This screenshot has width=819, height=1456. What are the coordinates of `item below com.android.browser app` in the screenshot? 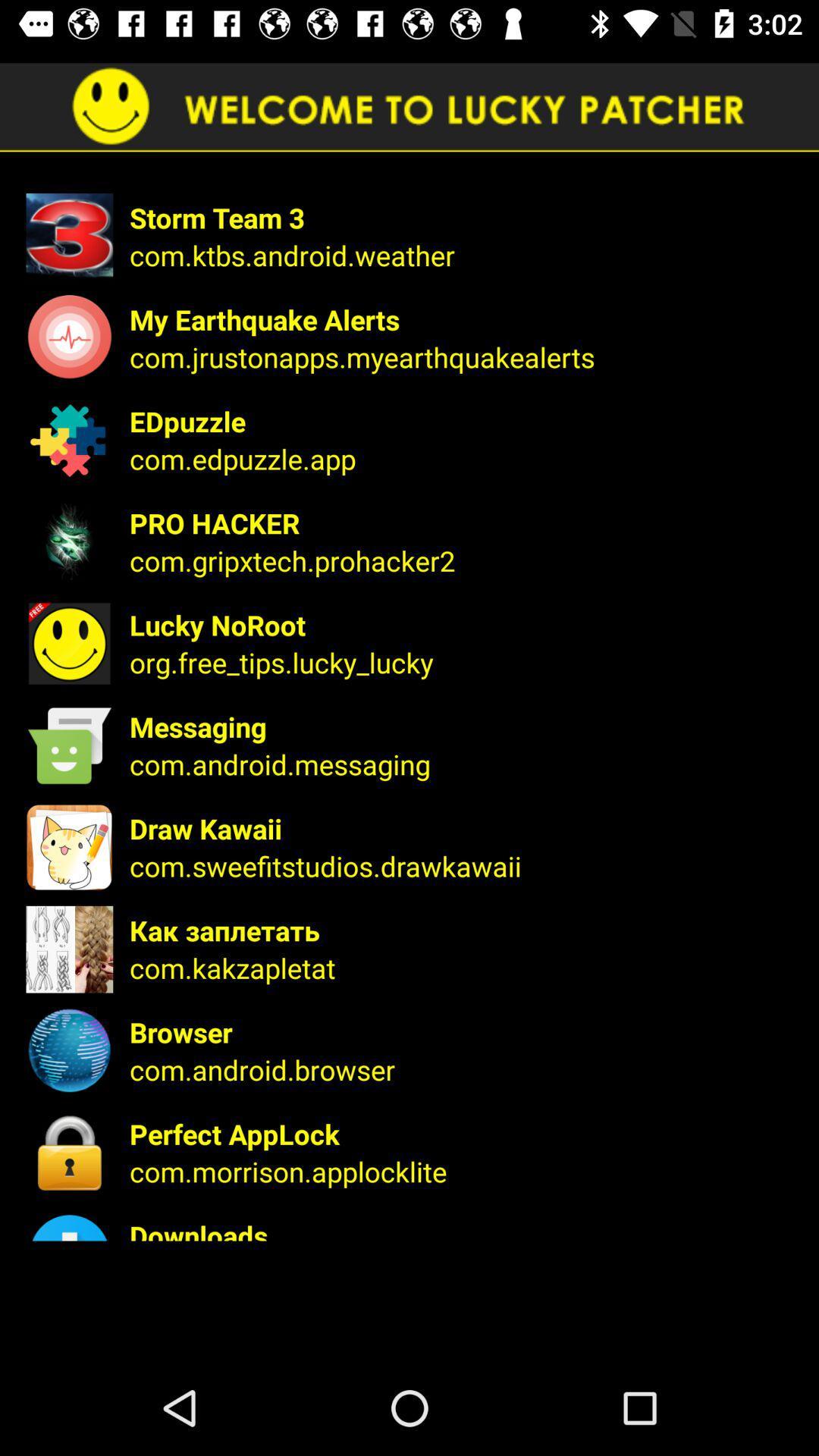 It's located at (463, 1134).